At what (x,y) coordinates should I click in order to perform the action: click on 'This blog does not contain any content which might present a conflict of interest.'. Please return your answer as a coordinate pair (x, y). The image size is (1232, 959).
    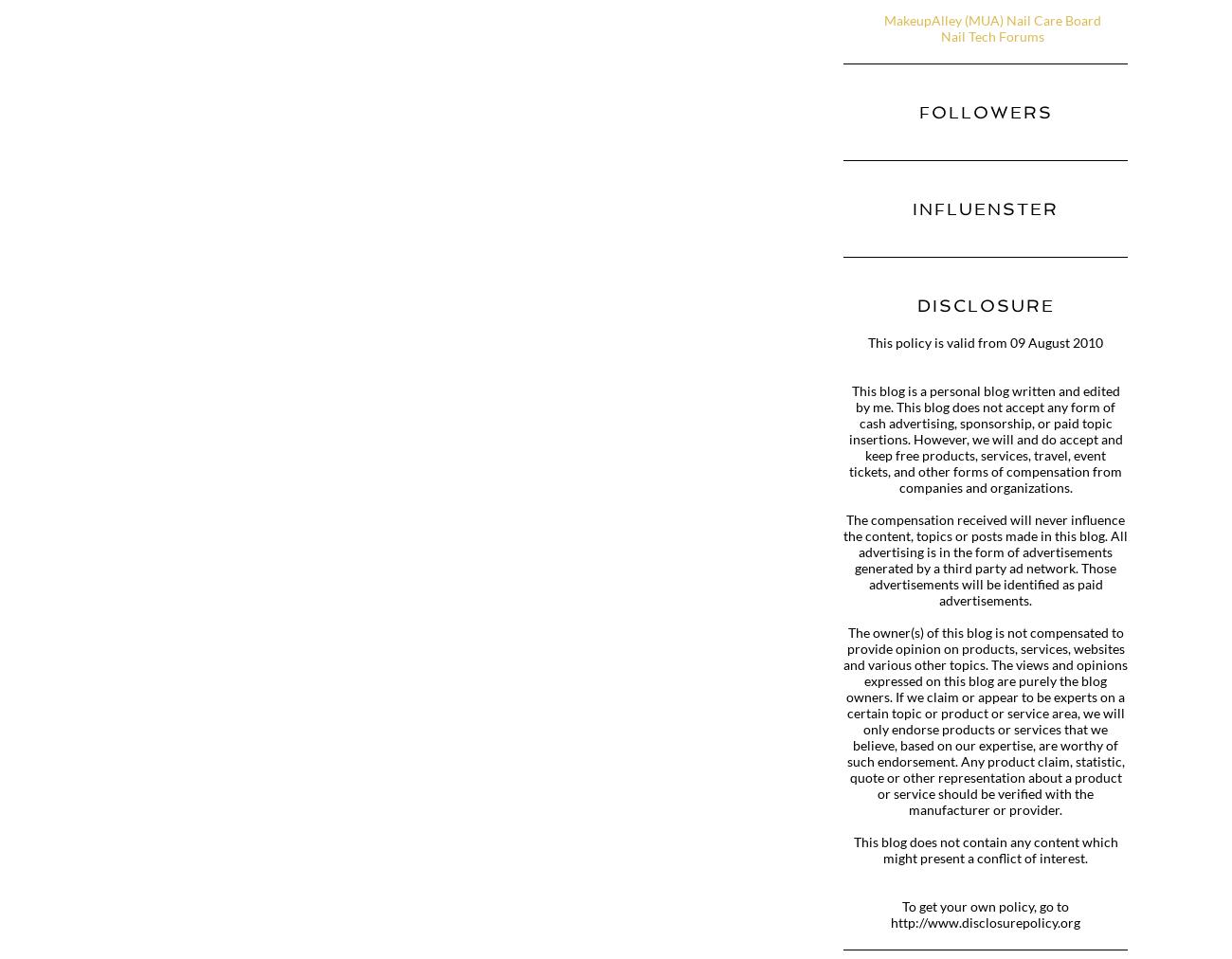
    Looking at the image, I should click on (851, 850).